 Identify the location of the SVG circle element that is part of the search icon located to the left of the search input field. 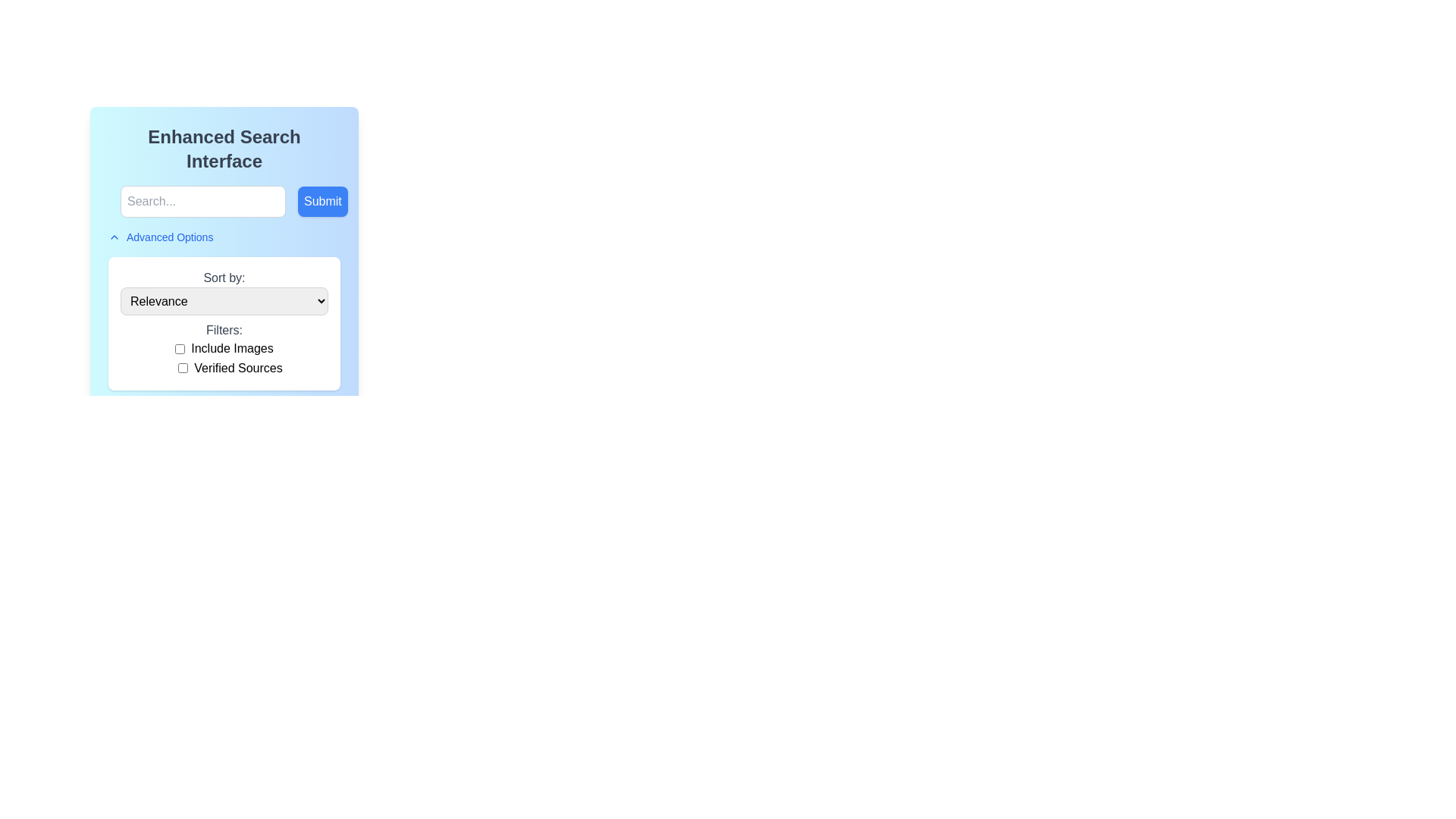
(115, 200).